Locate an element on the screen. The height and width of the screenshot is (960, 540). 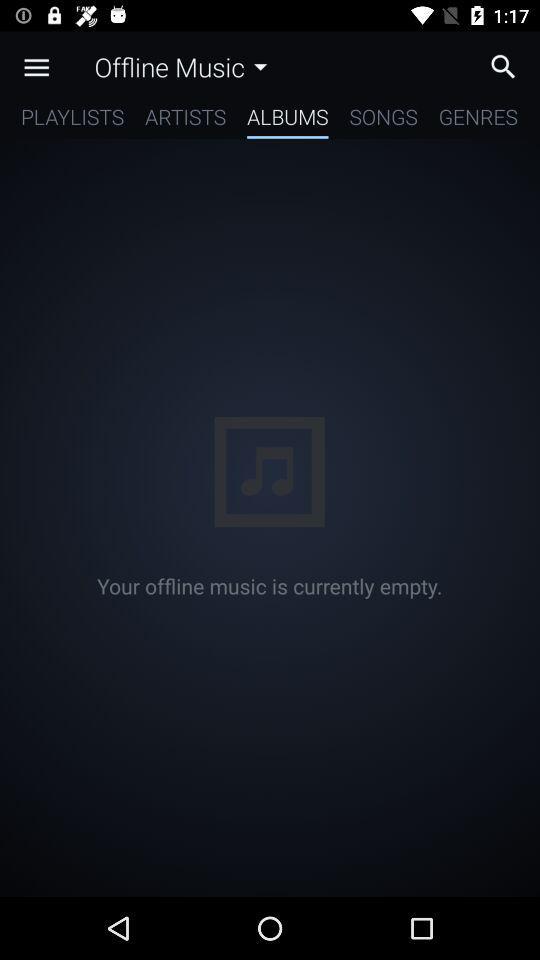
item next to the songs app is located at coordinates (286, 120).